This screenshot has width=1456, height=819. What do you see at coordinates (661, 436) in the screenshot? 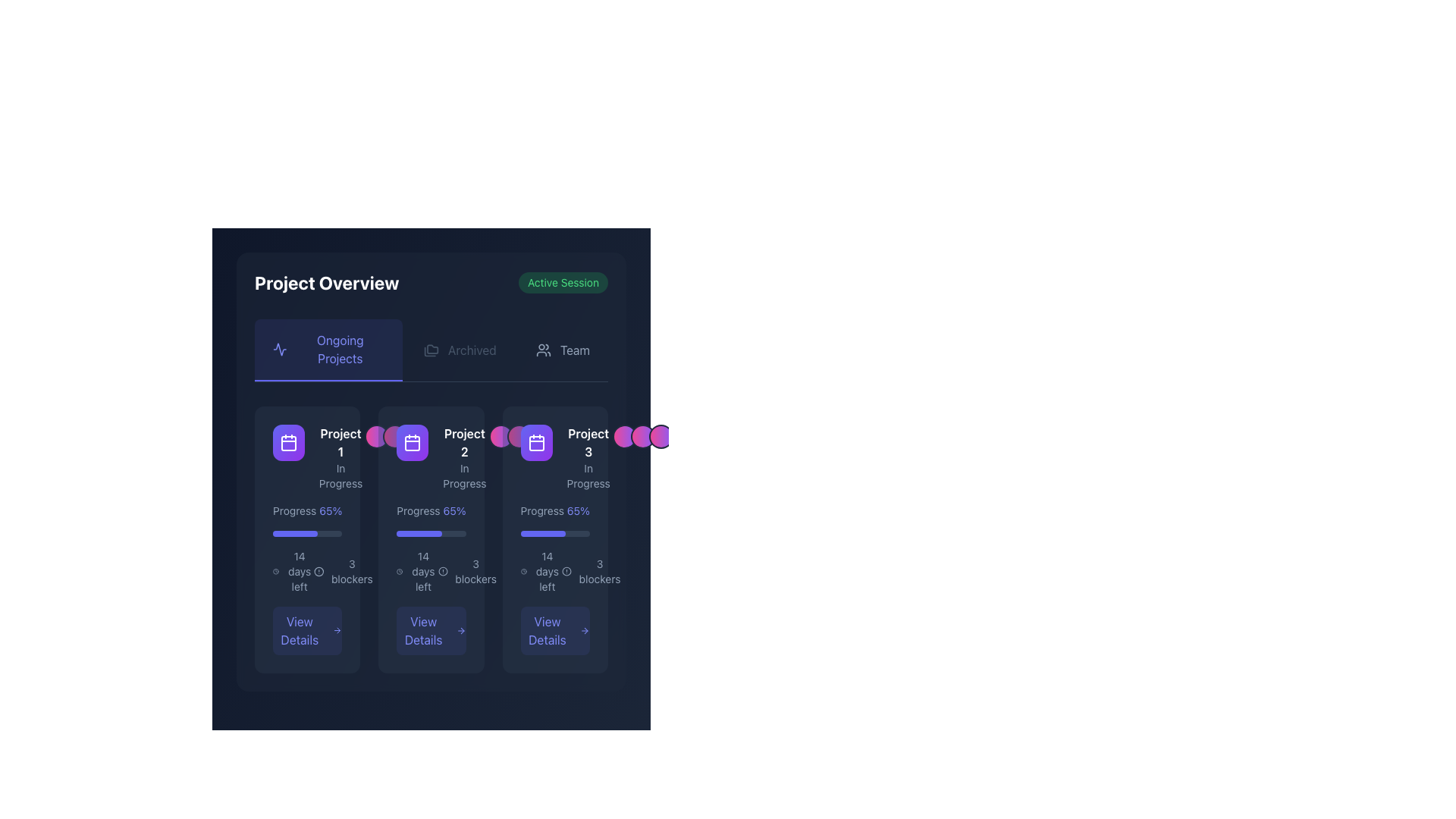
I see `the third circular UI component with a gradient background transitioning from pink to violet, located below the header 'Project 3'` at bounding box center [661, 436].